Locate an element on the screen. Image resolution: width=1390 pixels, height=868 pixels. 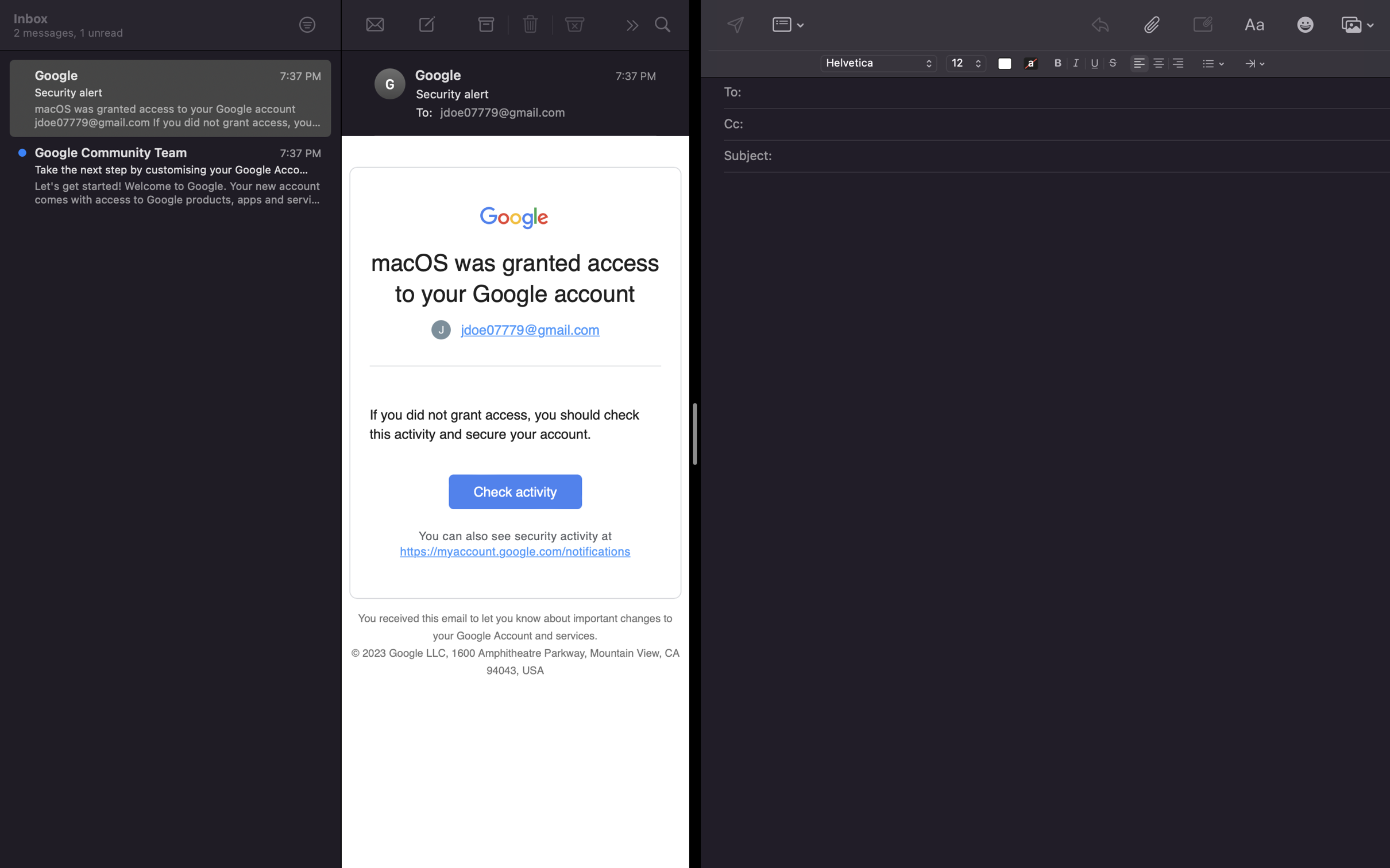
Insert "beck@gmail.com" as the receiver in the email form is located at coordinates (1065, 93).